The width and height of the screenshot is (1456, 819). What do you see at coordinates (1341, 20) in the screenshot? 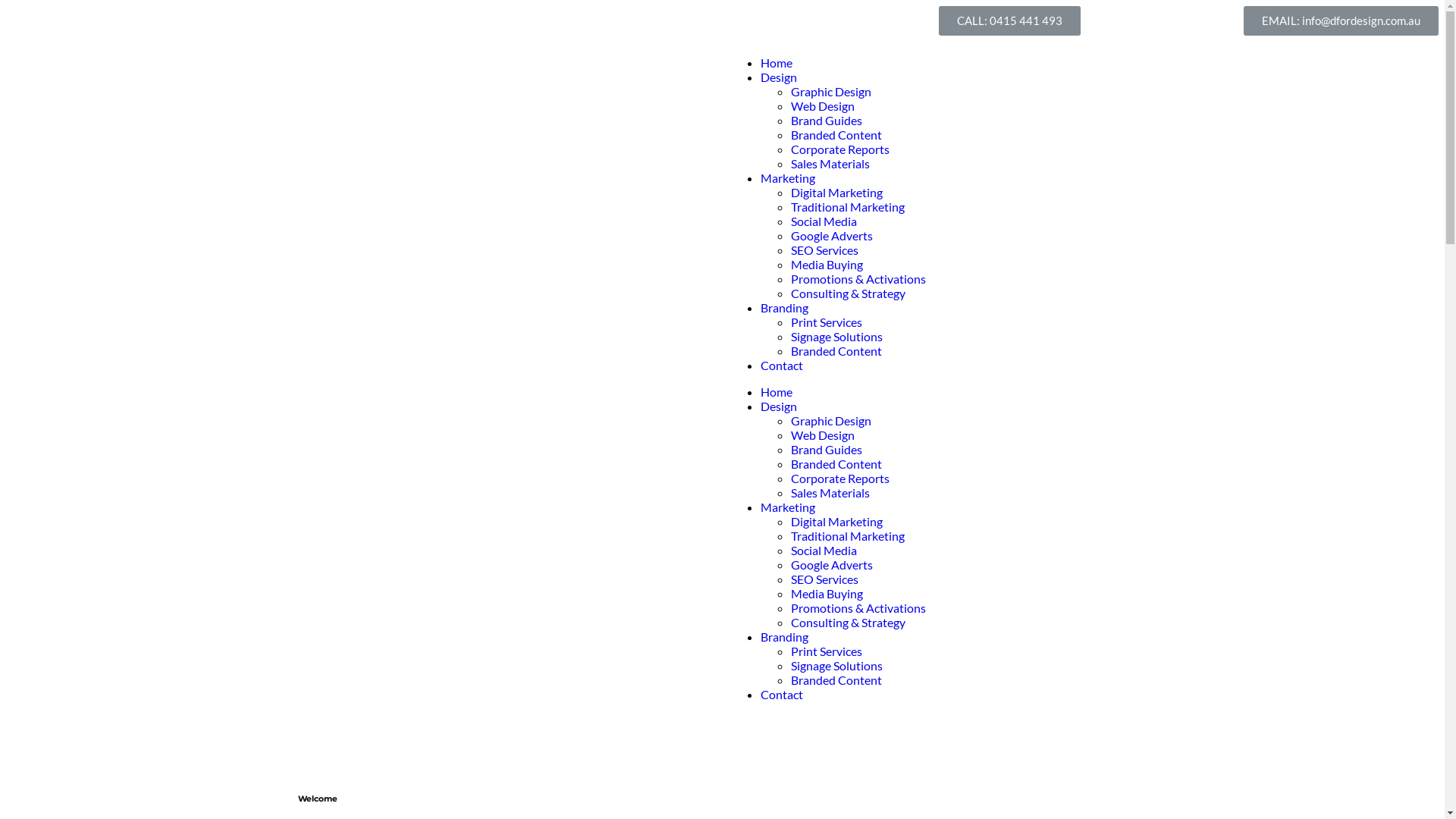
I see `'EMAIL: info@dfordesign.com.au'` at bounding box center [1341, 20].